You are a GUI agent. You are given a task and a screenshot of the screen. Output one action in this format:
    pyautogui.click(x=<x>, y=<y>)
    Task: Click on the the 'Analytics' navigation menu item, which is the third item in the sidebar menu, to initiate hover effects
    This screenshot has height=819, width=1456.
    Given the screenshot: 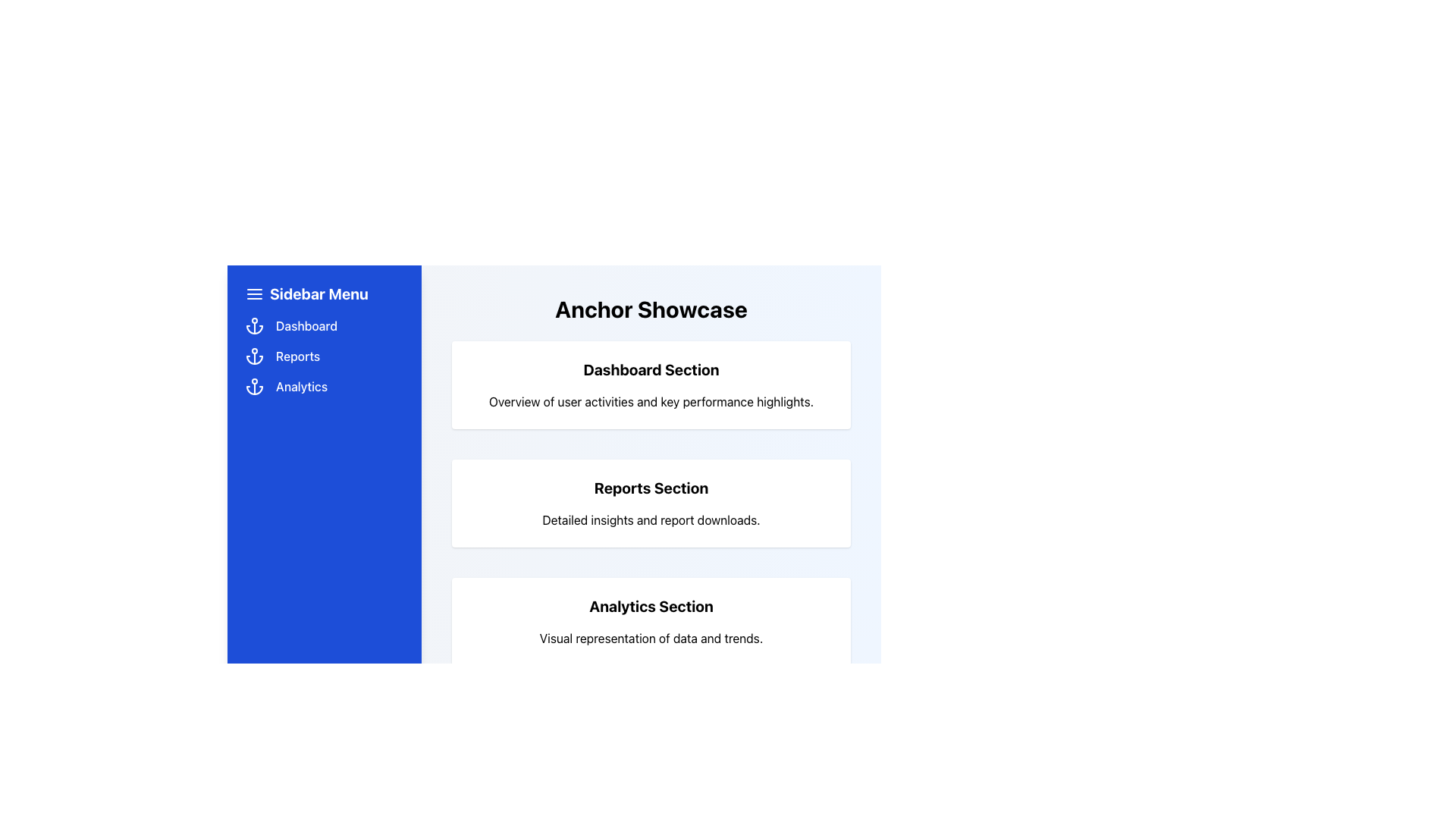 What is the action you would take?
    pyautogui.click(x=323, y=385)
    